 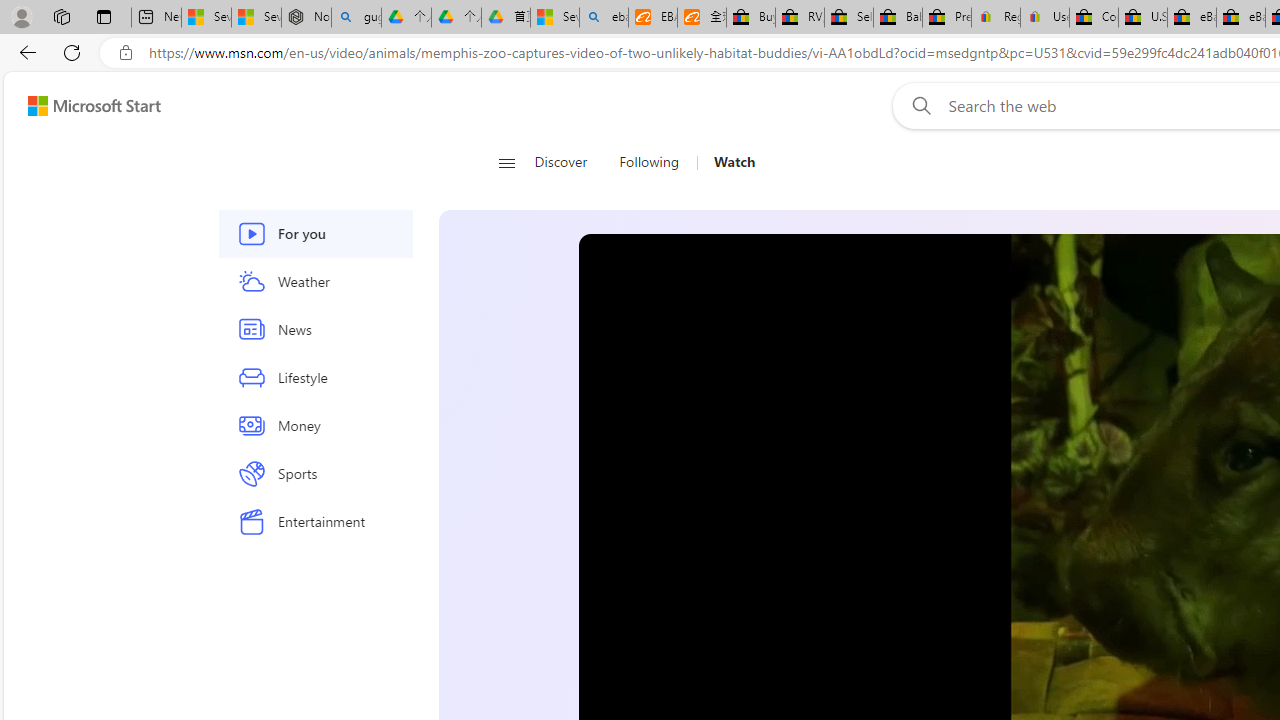 I want to click on 'U.S. State Privacy Disclosures - eBay Inc.', so click(x=1143, y=17).